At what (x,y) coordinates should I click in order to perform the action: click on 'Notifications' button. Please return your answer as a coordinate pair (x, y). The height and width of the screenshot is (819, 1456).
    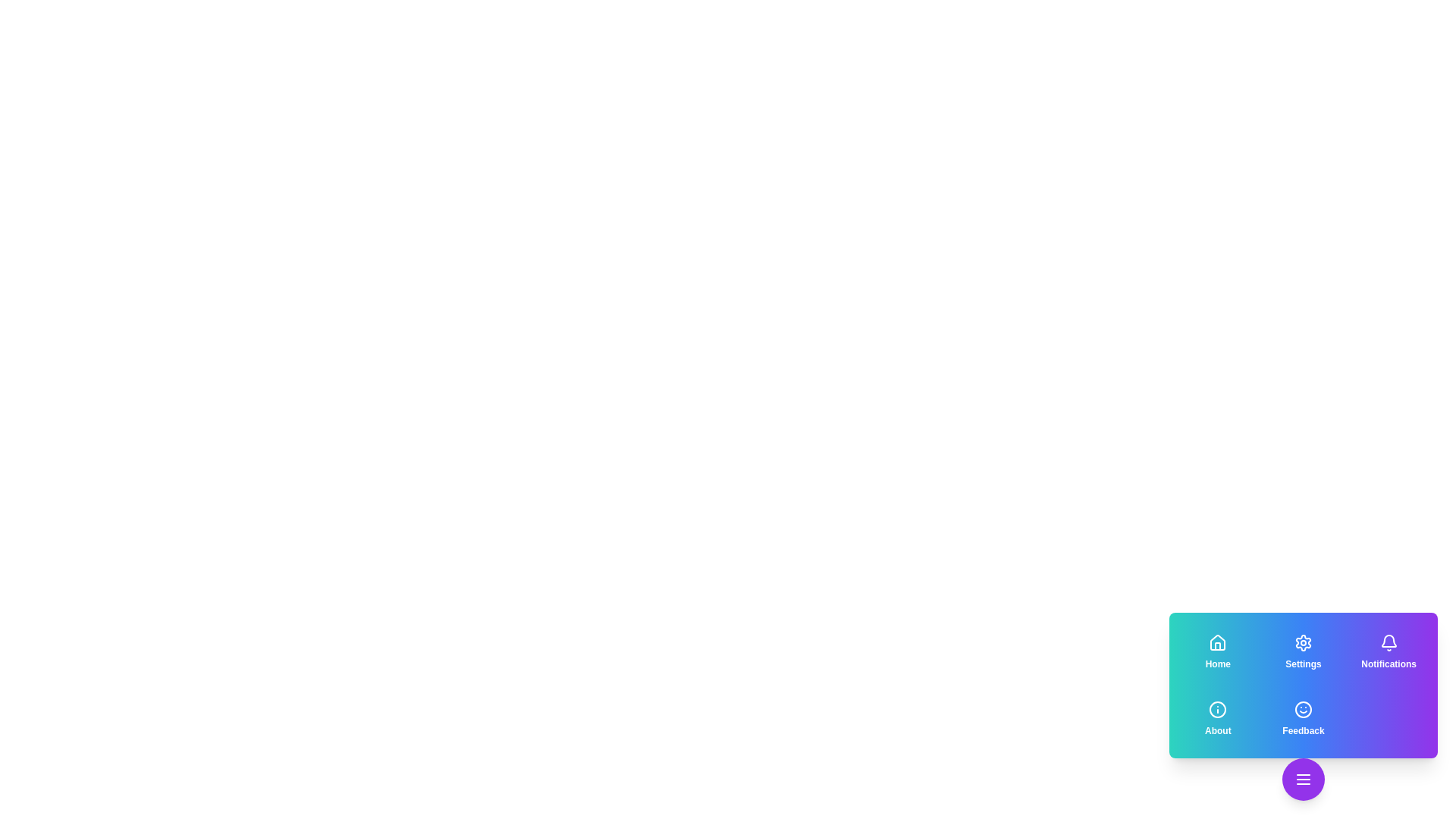
    Looking at the image, I should click on (1389, 651).